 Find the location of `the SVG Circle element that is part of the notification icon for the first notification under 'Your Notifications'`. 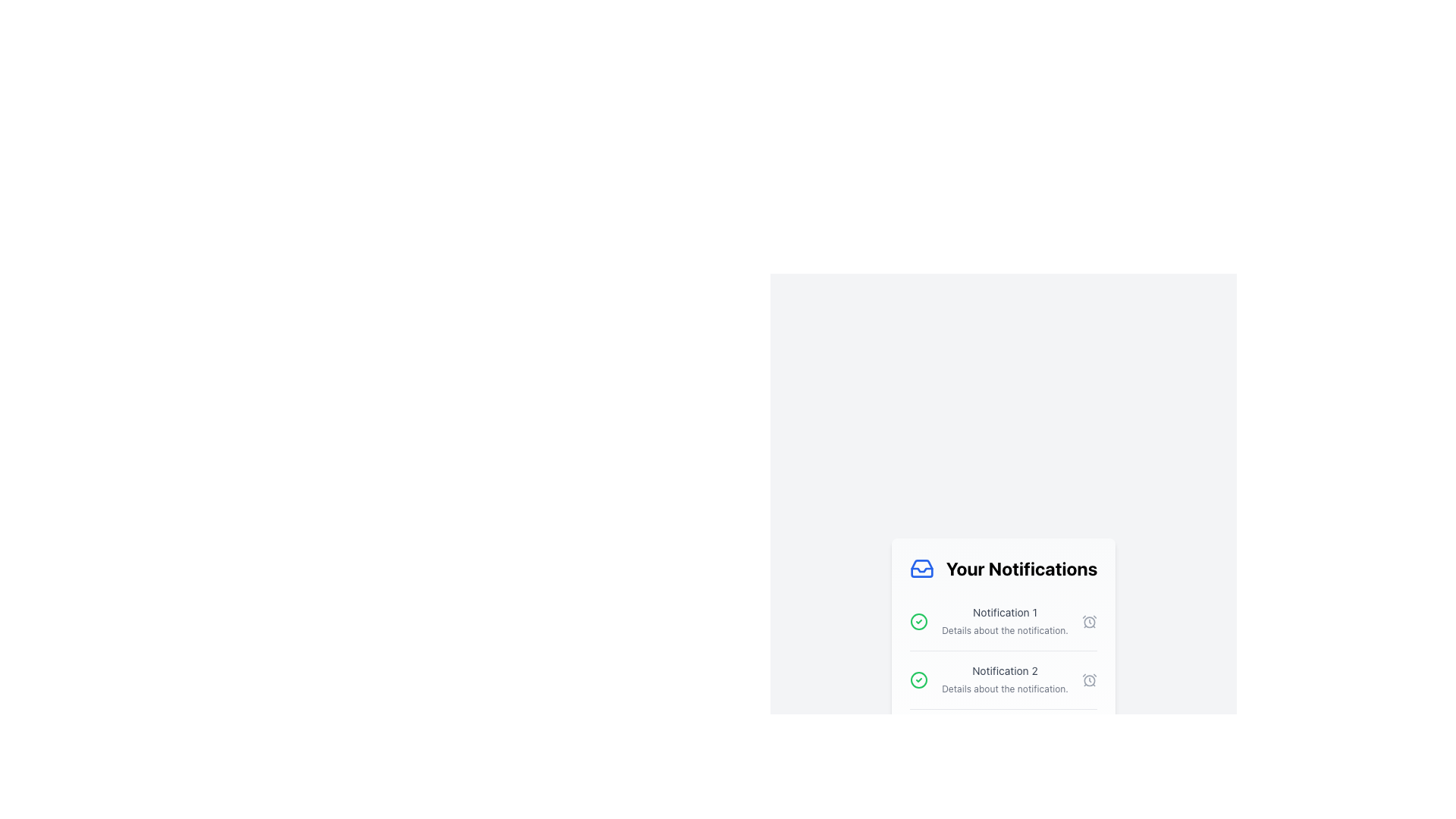

the SVG Circle element that is part of the notification icon for the first notification under 'Your Notifications' is located at coordinates (918, 679).